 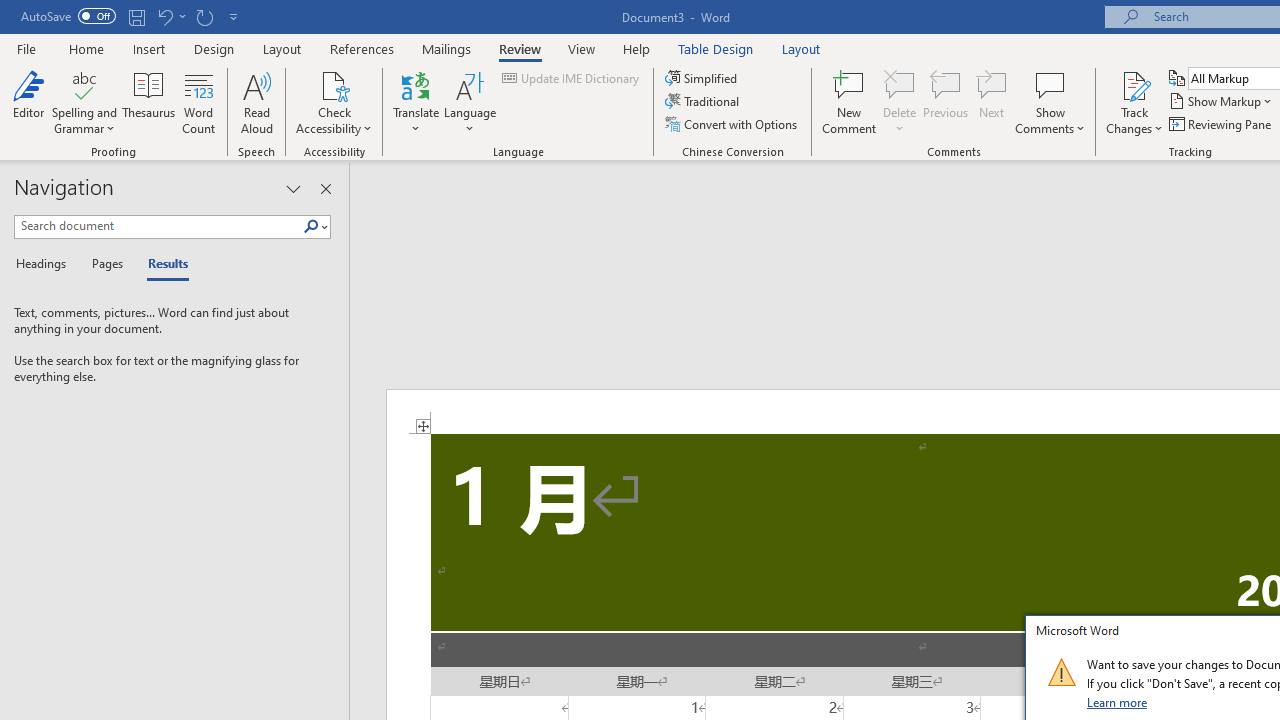 I want to click on 'Undo Apply Quick Style', so click(x=170, y=16).